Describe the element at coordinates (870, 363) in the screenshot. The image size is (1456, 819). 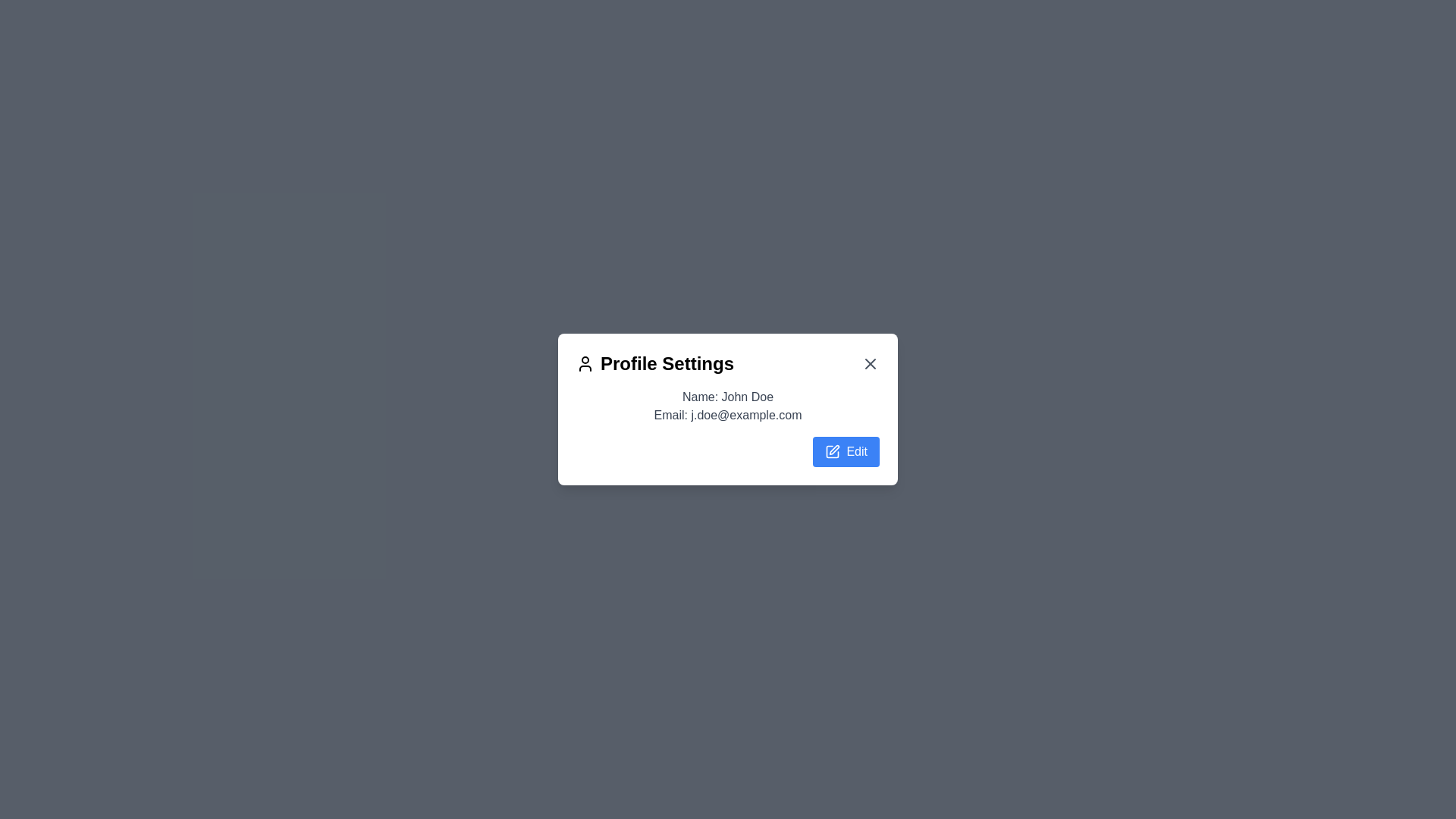
I see `the Close icon located in the top-right corner of the 'Profile Settings' modal` at that location.